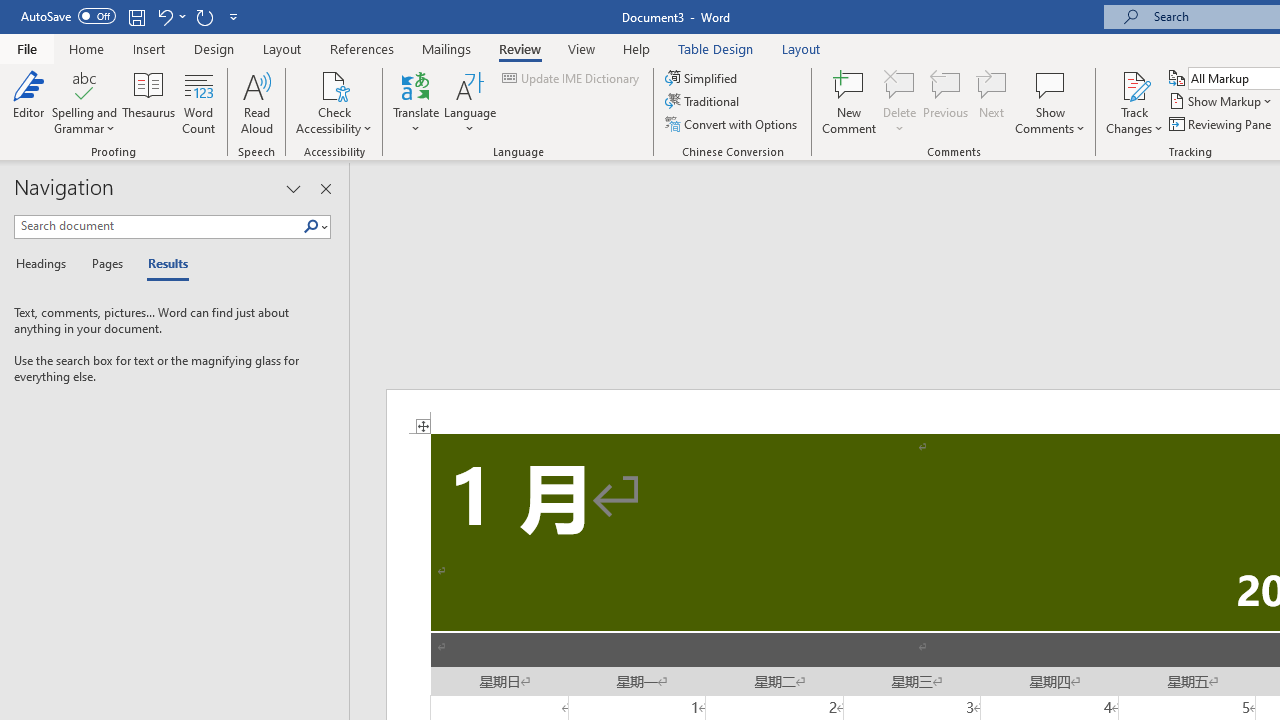 The image size is (1280, 720). What do you see at coordinates (1049, 84) in the screenshot?
I see `'Show Comments'` at bounding box center [1049, 84].